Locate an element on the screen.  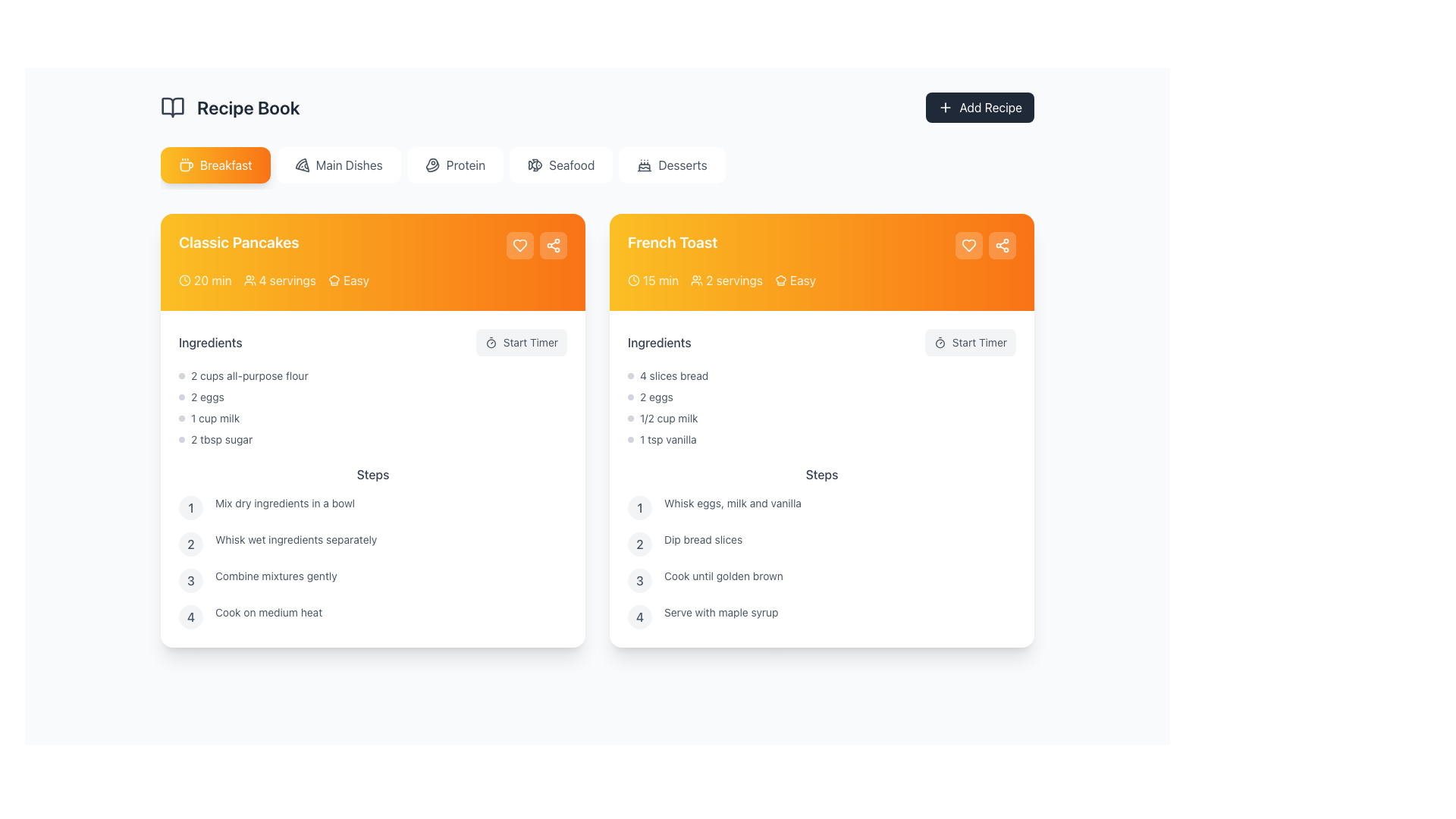
the cake icon with candles located in the navigation bar beneath 'Recipe Book', which is the first icon to the left of 'Desserts' is located at coordinates (645, 165).